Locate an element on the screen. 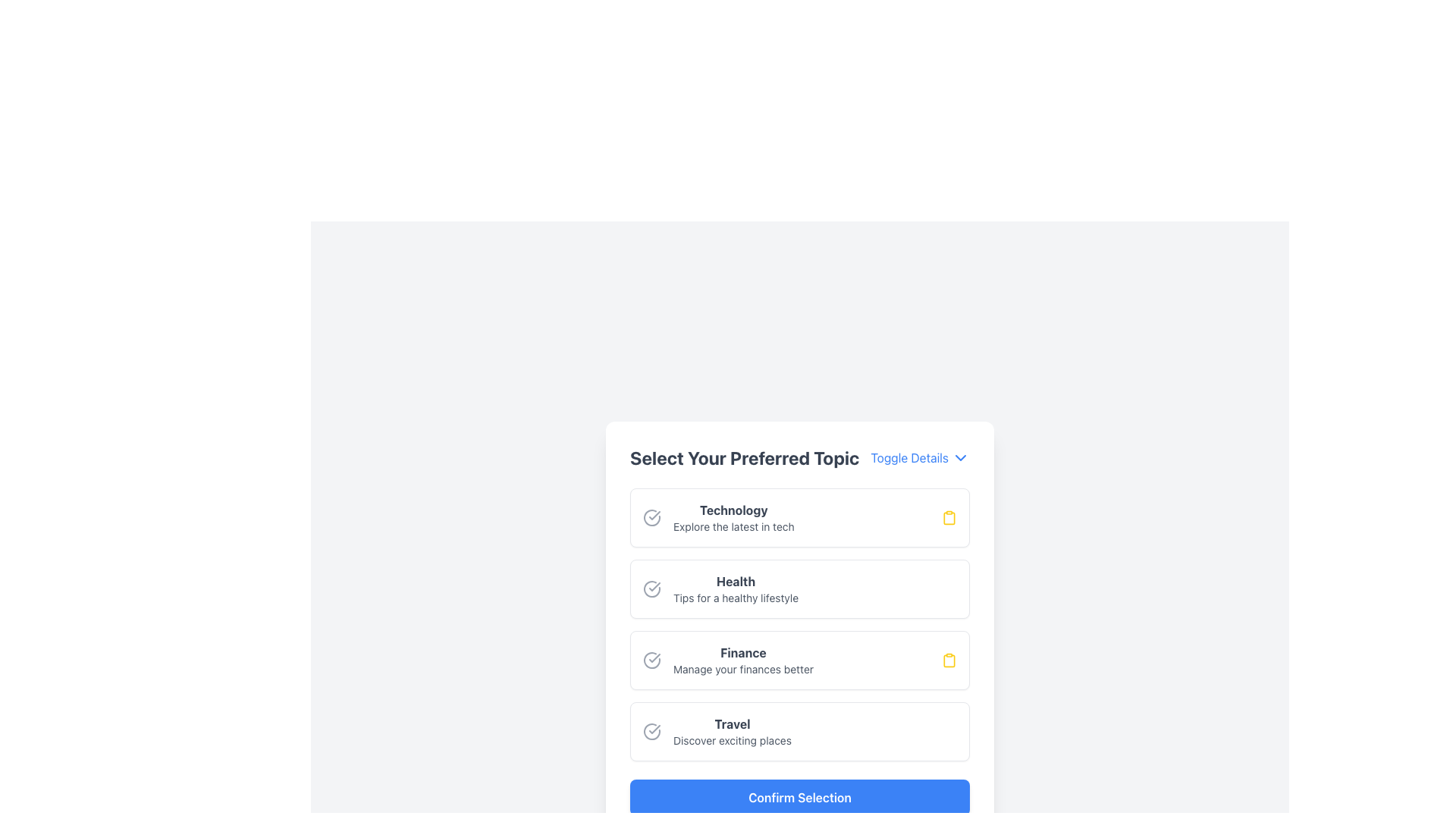 The width and height of the screenshot is (1456, 819). the small downward-pointing chevron icon with a blue outline located immediately to the right of the 'Toggle Details' text in the top-right corner of the 'Select Your Preferred Topic' section is located at coordinates (960, 457).